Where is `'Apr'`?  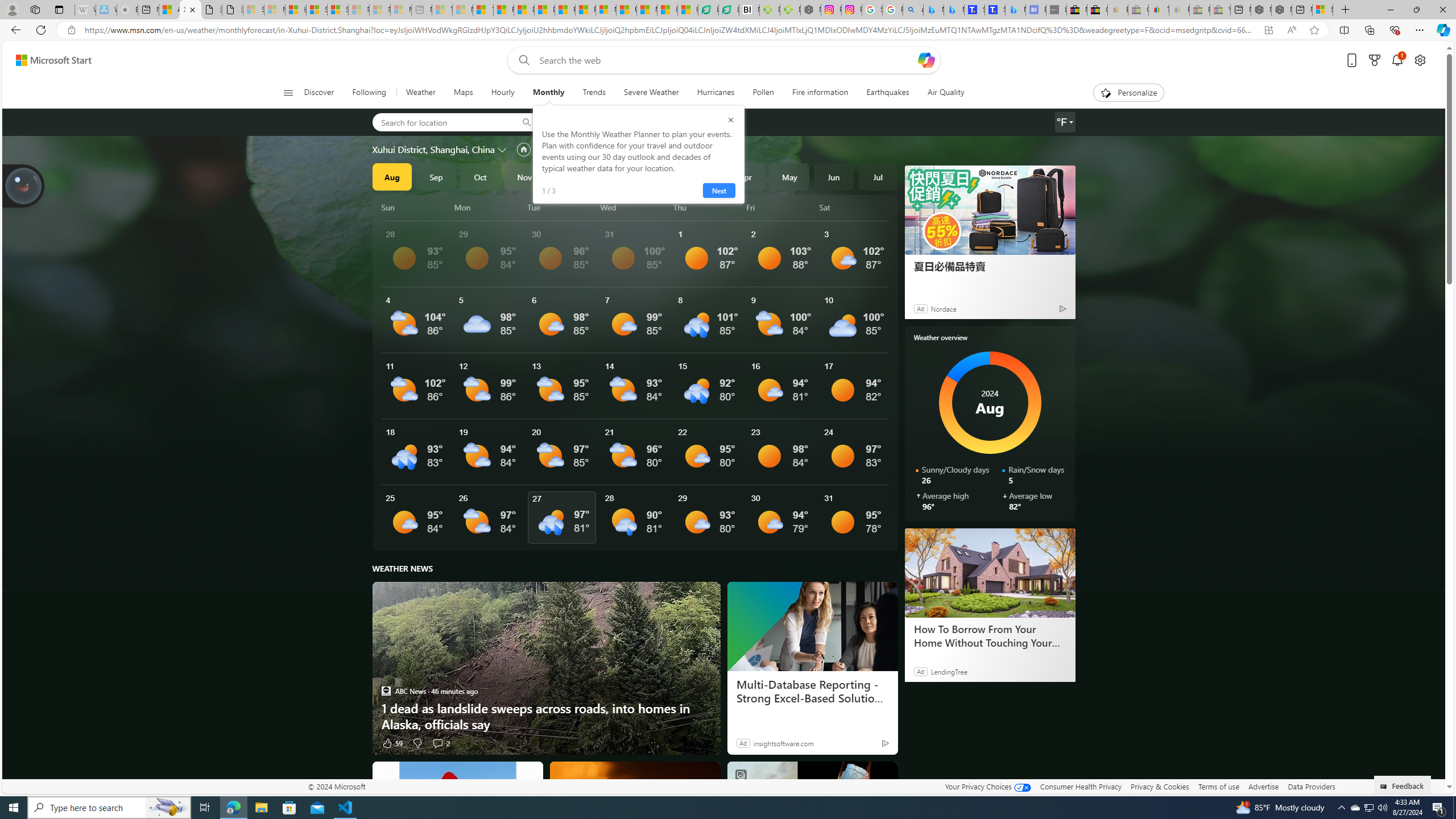 'Apr' is located at coordinates (744, 176).